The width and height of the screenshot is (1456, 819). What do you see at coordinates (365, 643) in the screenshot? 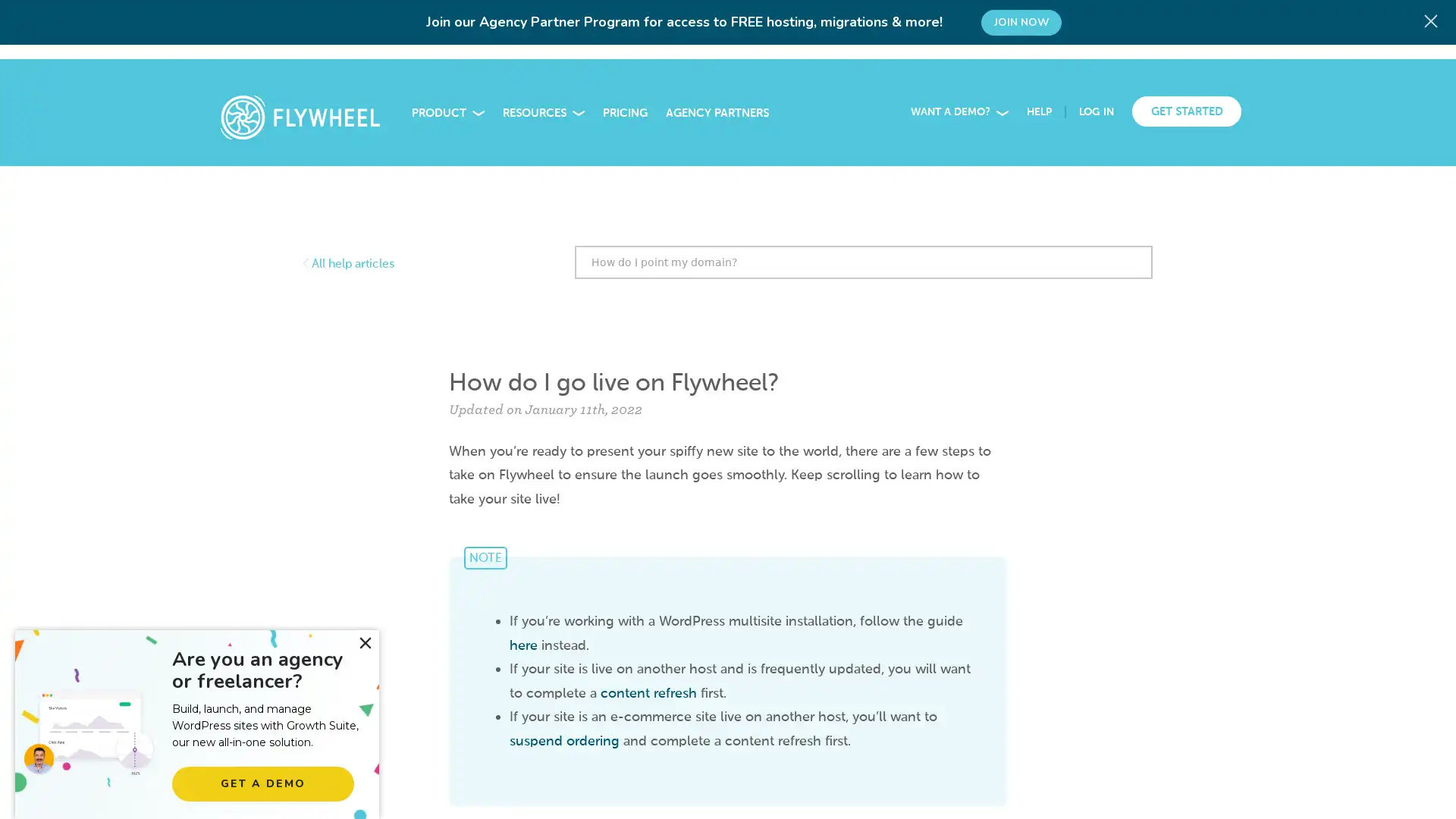
I see `Close` at bounding box center [365, 643].